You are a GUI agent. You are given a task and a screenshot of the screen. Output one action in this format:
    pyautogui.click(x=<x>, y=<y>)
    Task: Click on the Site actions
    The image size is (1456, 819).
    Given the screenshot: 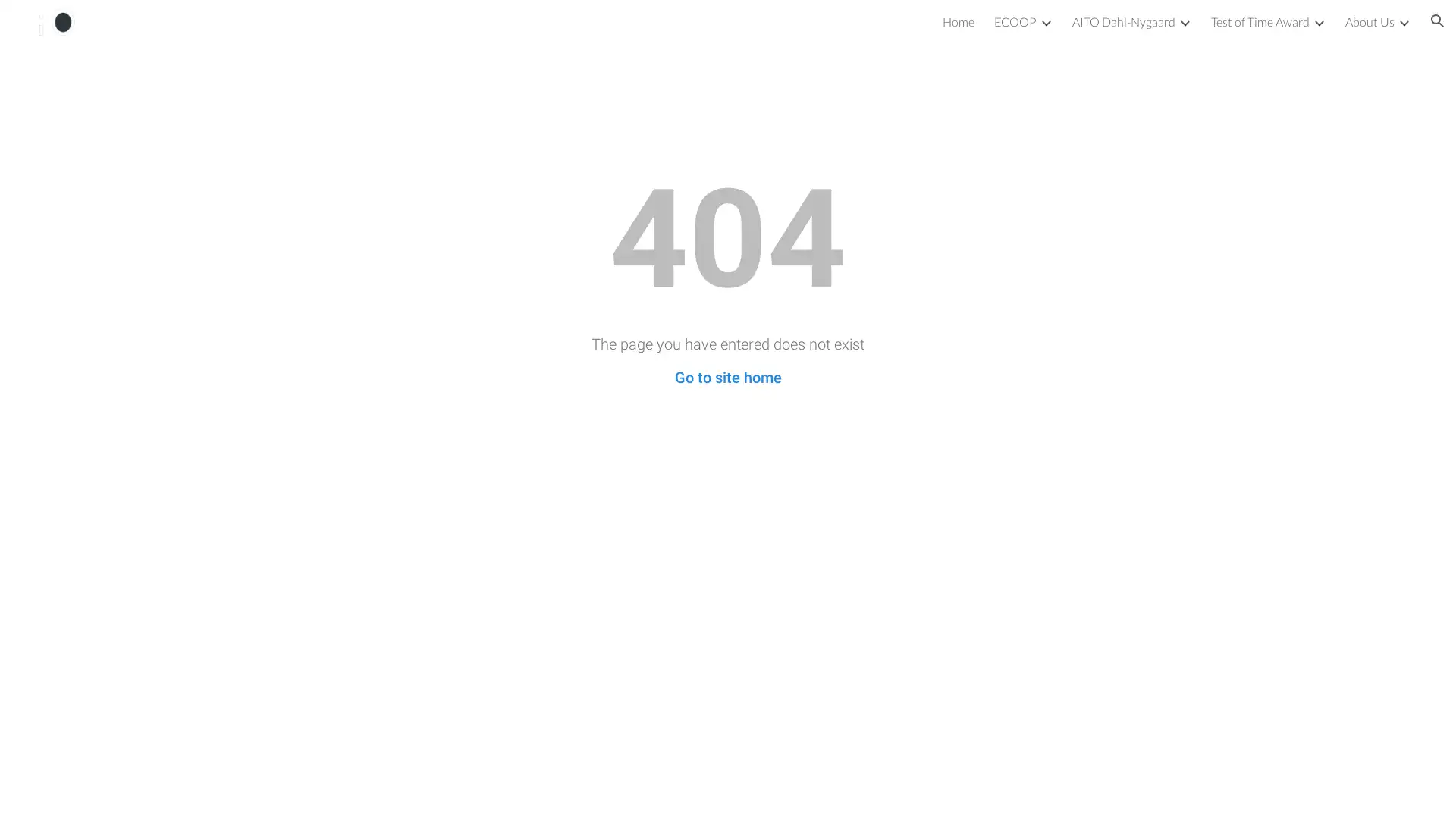 What is the action you would take?
    pyautogui.click(x=27, y=792)
    